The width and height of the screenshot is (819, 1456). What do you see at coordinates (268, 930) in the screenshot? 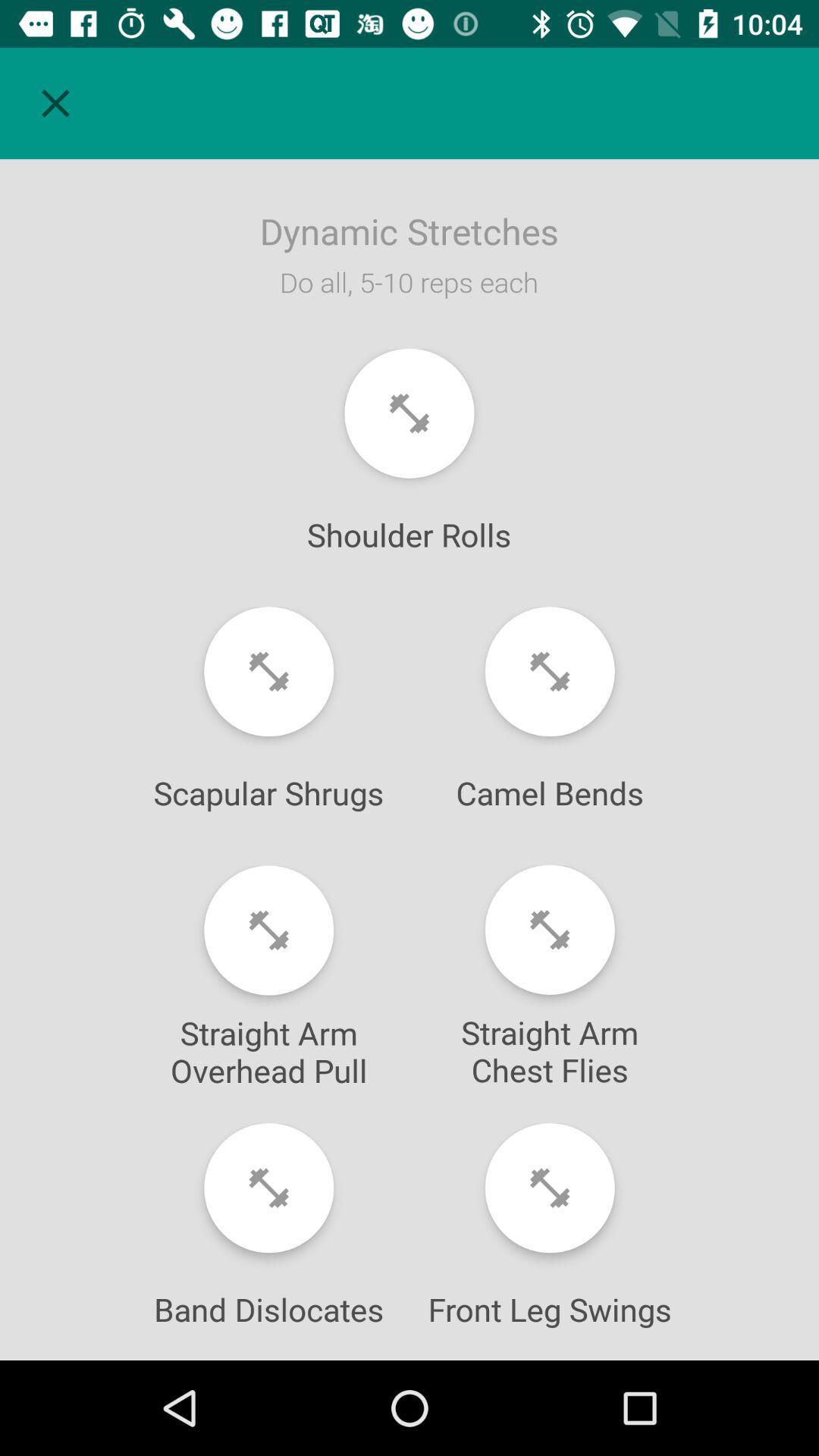
I see `straight arm overhead pull workout` at bounding box center [268, 930].